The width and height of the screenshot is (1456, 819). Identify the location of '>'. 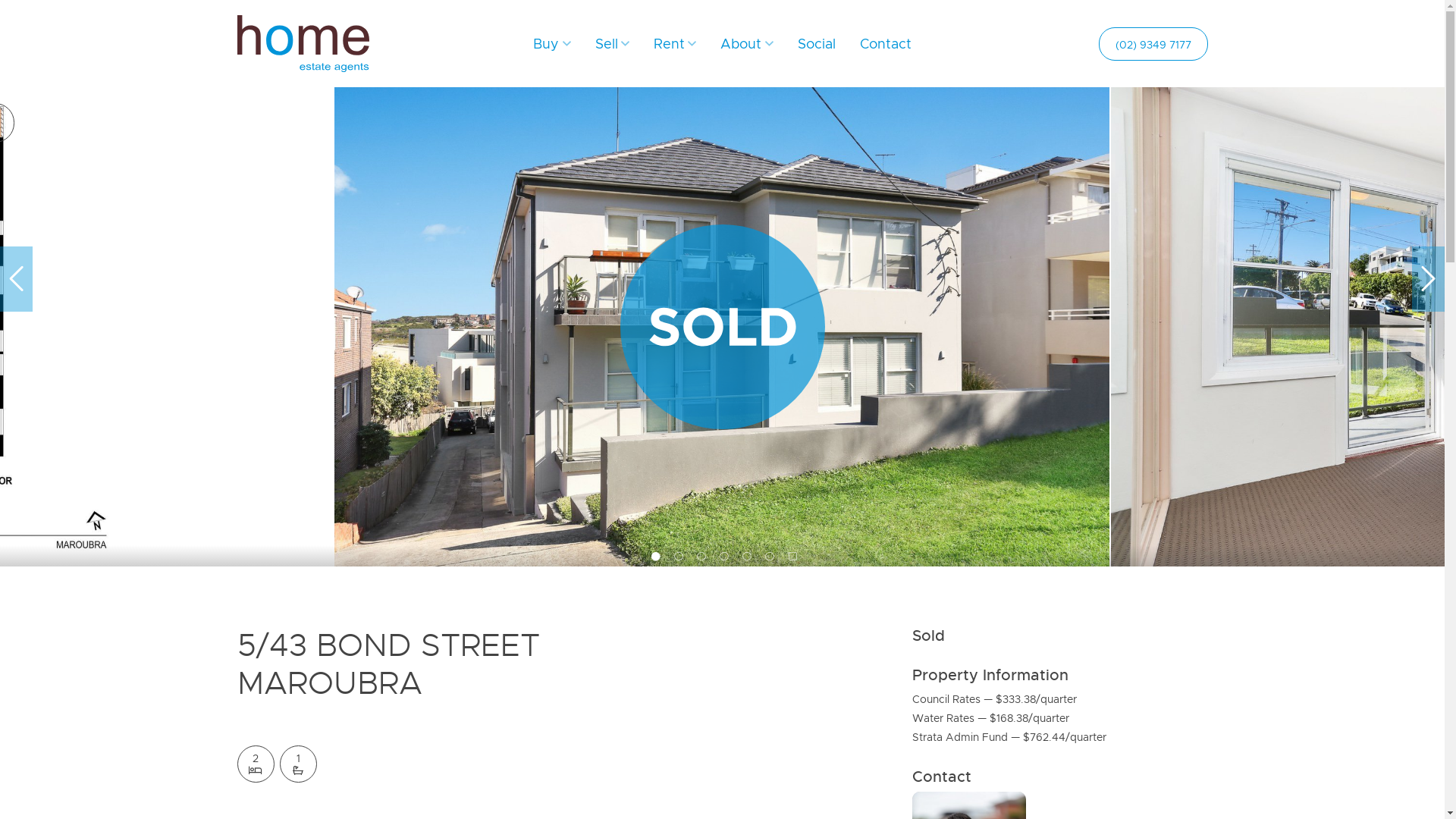
(1427, 278).